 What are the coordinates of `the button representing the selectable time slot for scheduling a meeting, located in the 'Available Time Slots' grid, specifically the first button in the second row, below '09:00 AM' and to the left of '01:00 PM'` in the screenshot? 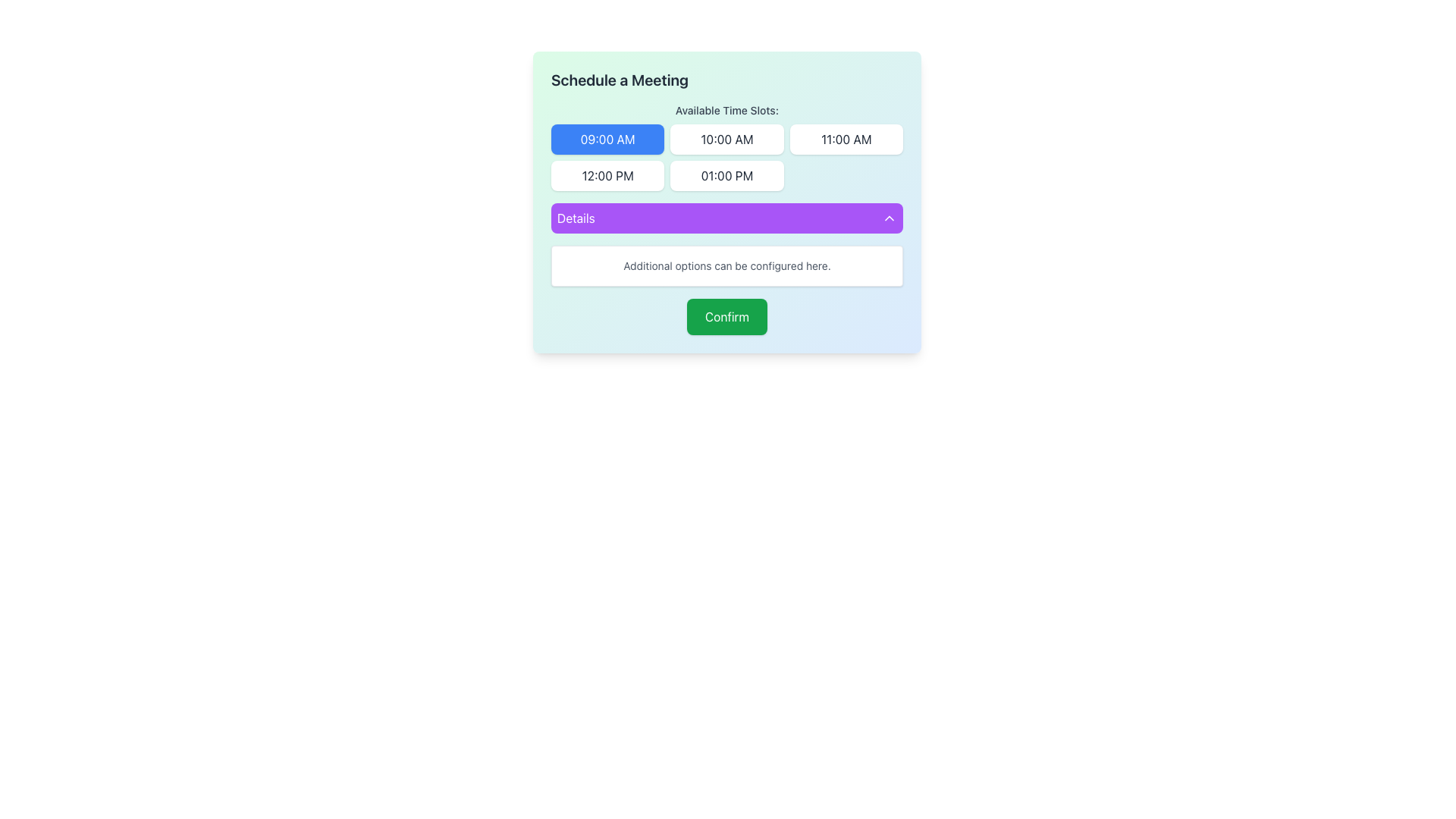 It's located at (607, 174).